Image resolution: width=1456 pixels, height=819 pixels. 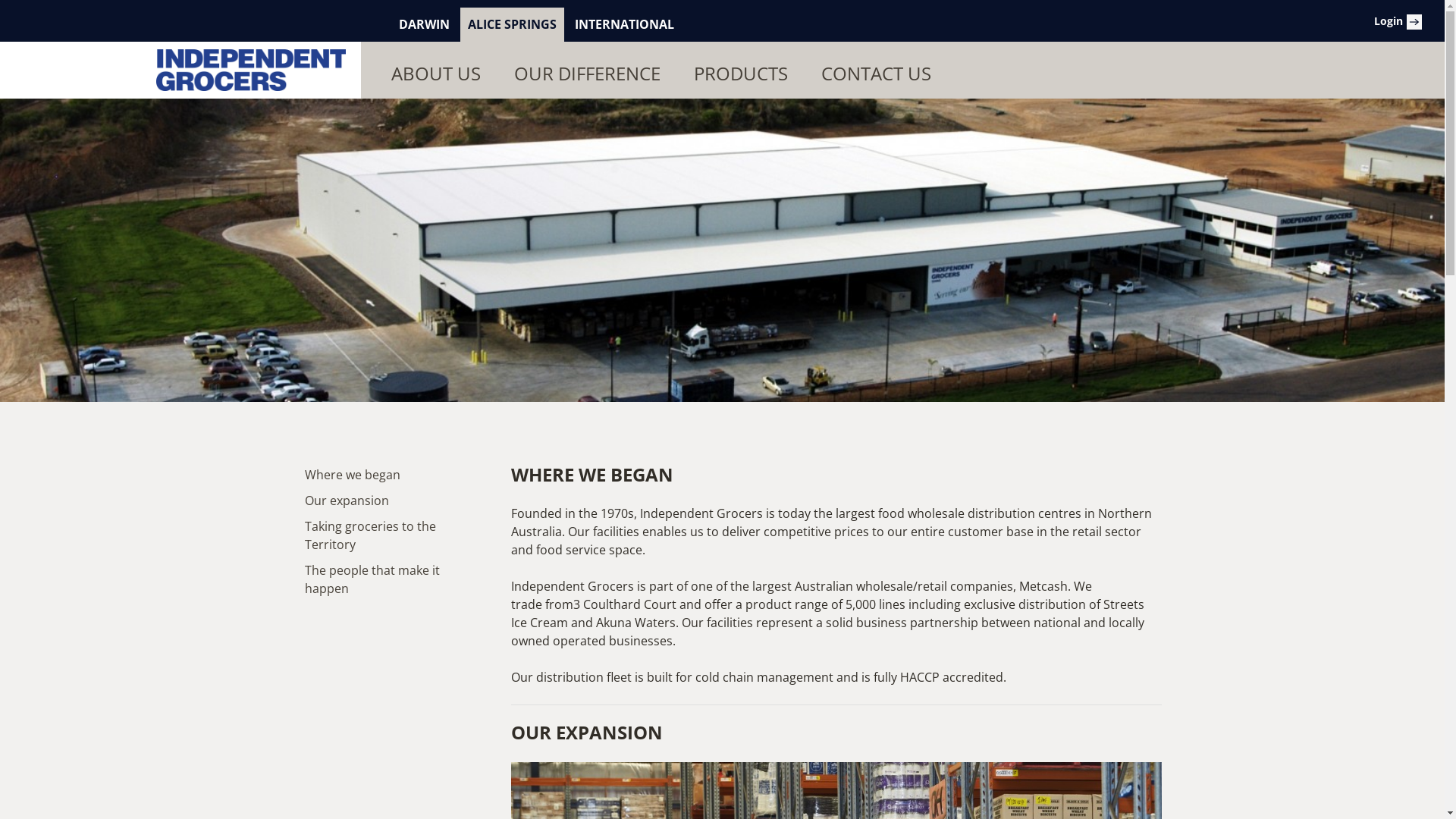 I want to click on 'Our expansion', so click(x=304, y=500).